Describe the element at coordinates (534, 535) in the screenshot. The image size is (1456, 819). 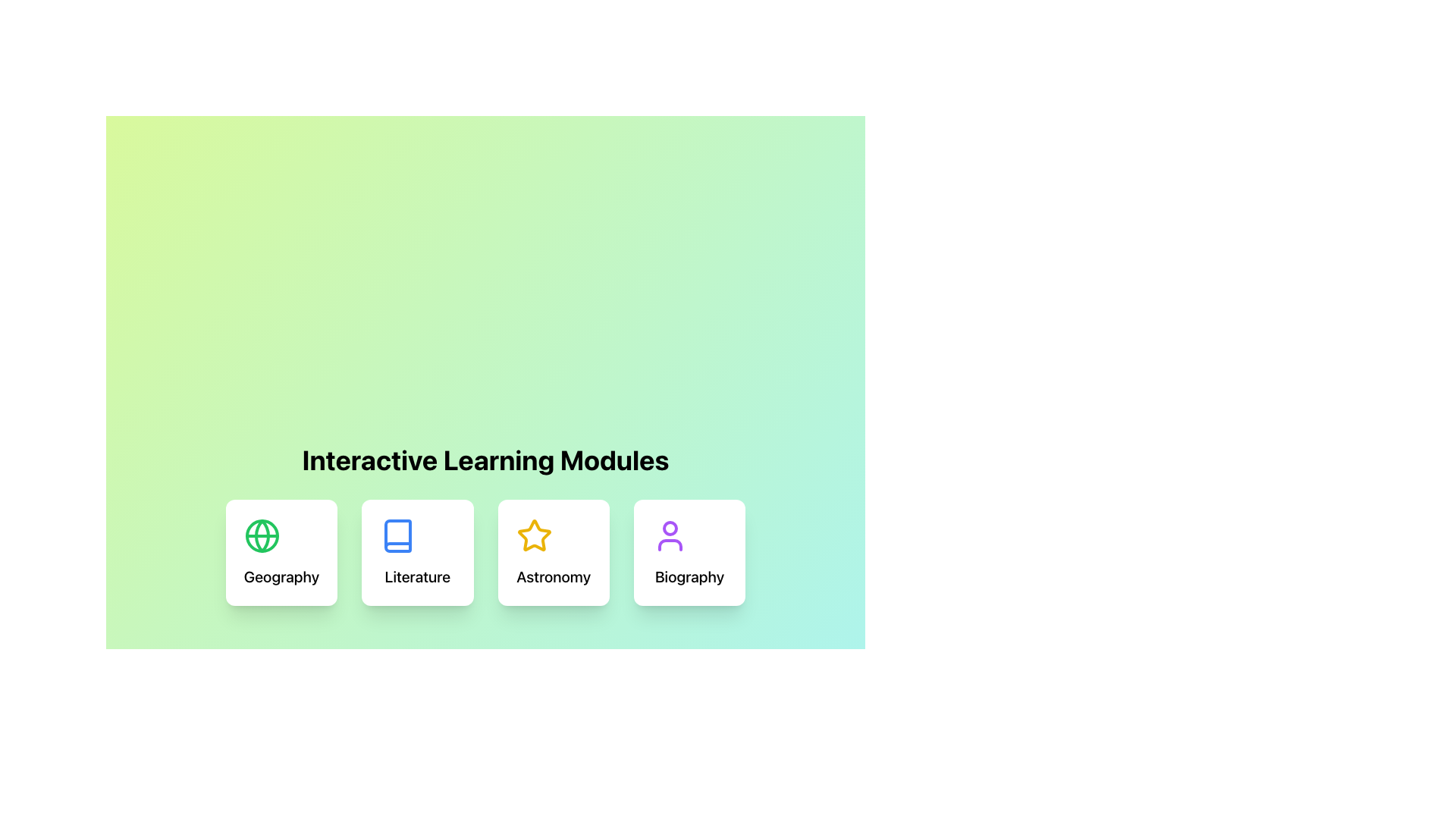
I see `the star-shaped icon with a yellow outline and white interior located at the top of the 'Astronomy' card, which is the third card in the horizontal row under 'Interactive Learning Modules'` at that location.